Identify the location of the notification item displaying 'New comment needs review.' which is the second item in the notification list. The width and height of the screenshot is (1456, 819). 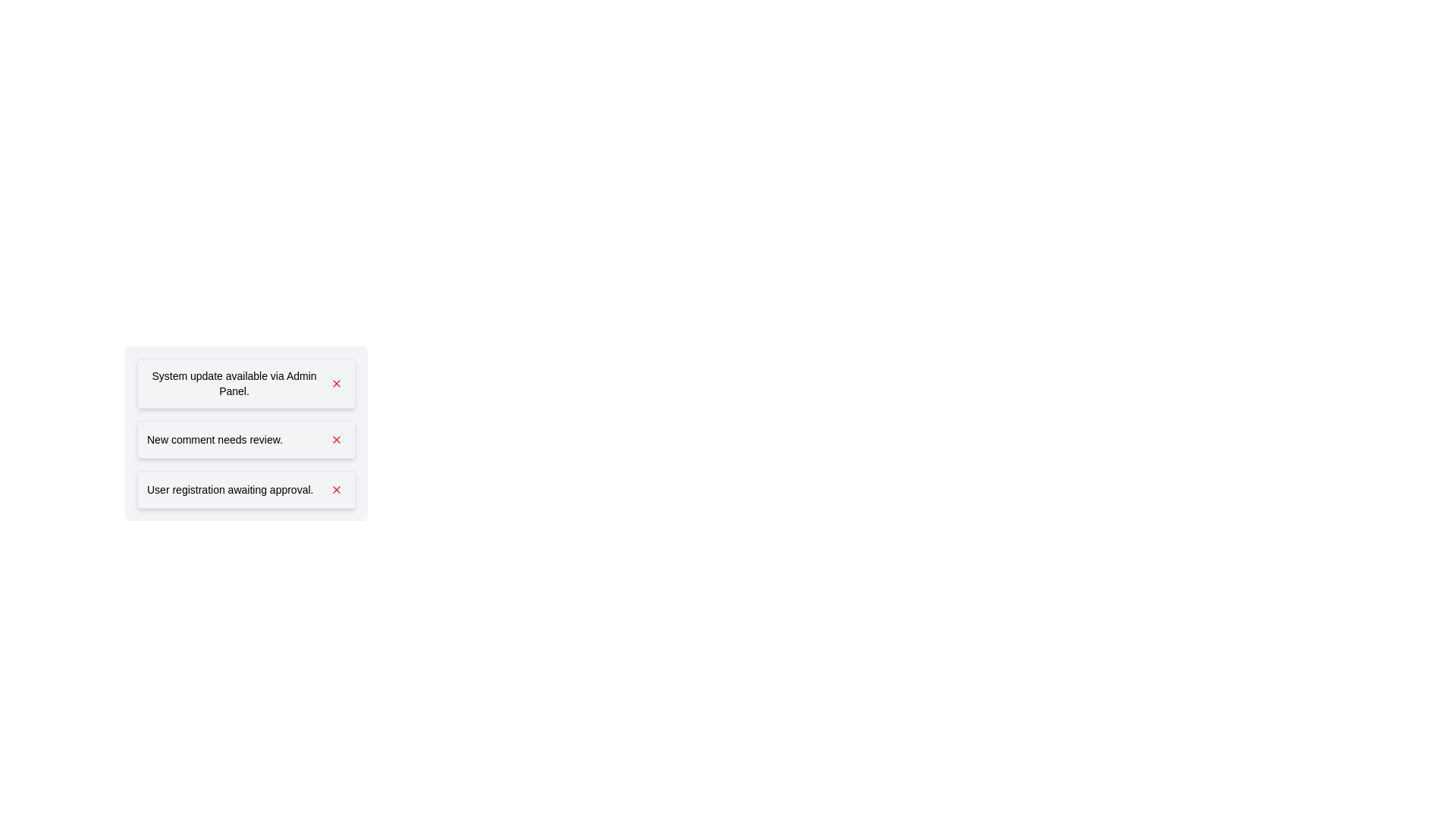
(246, 433).